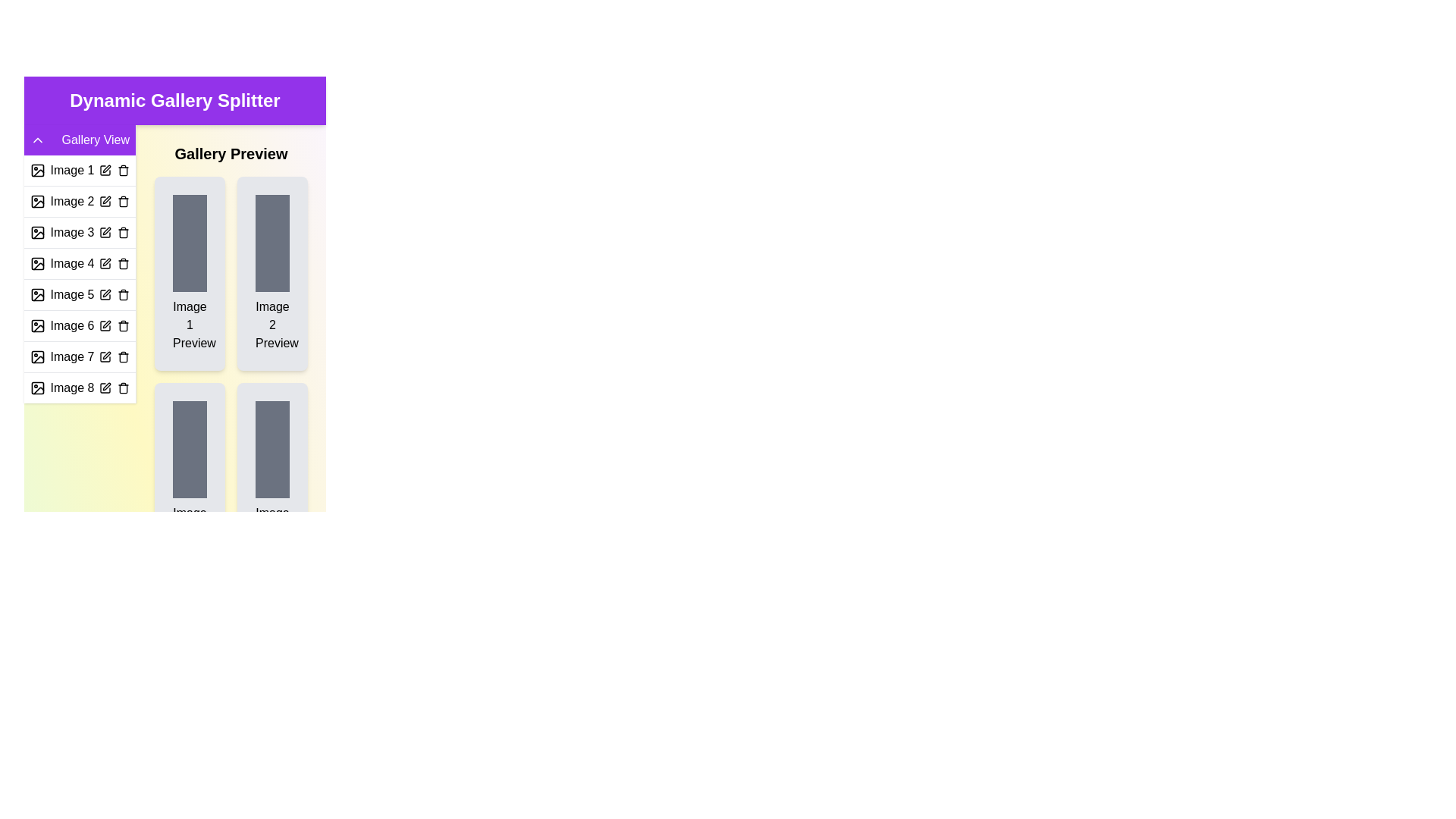  Describe the element at coordinates (105, 388) in the screenshot. I see `the edit button, which is the leftmost element in the horizontal group beside 'Image 8', to observe a color change indicating interactivity` at that location.